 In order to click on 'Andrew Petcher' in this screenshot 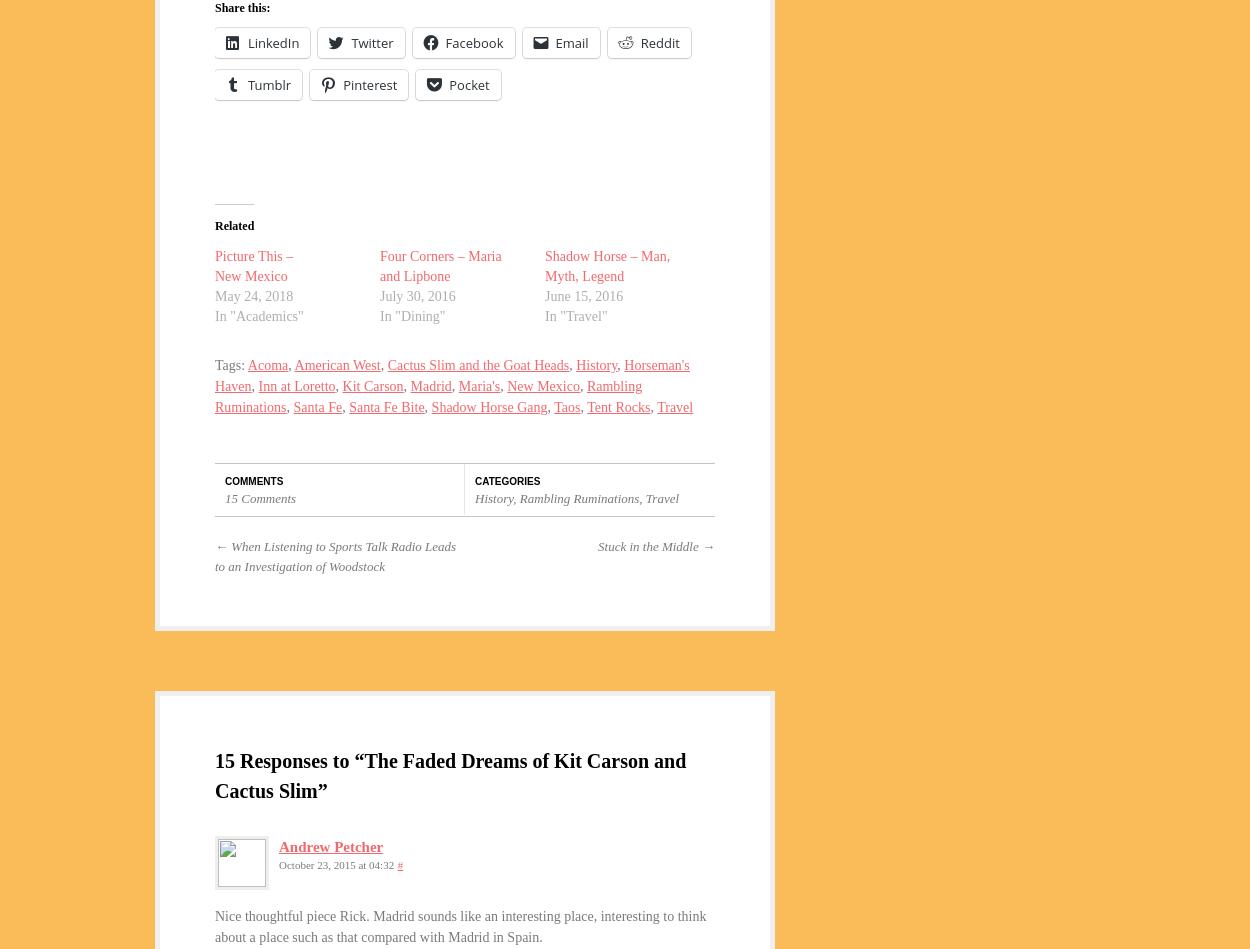, I will do `click(330, 845)`.